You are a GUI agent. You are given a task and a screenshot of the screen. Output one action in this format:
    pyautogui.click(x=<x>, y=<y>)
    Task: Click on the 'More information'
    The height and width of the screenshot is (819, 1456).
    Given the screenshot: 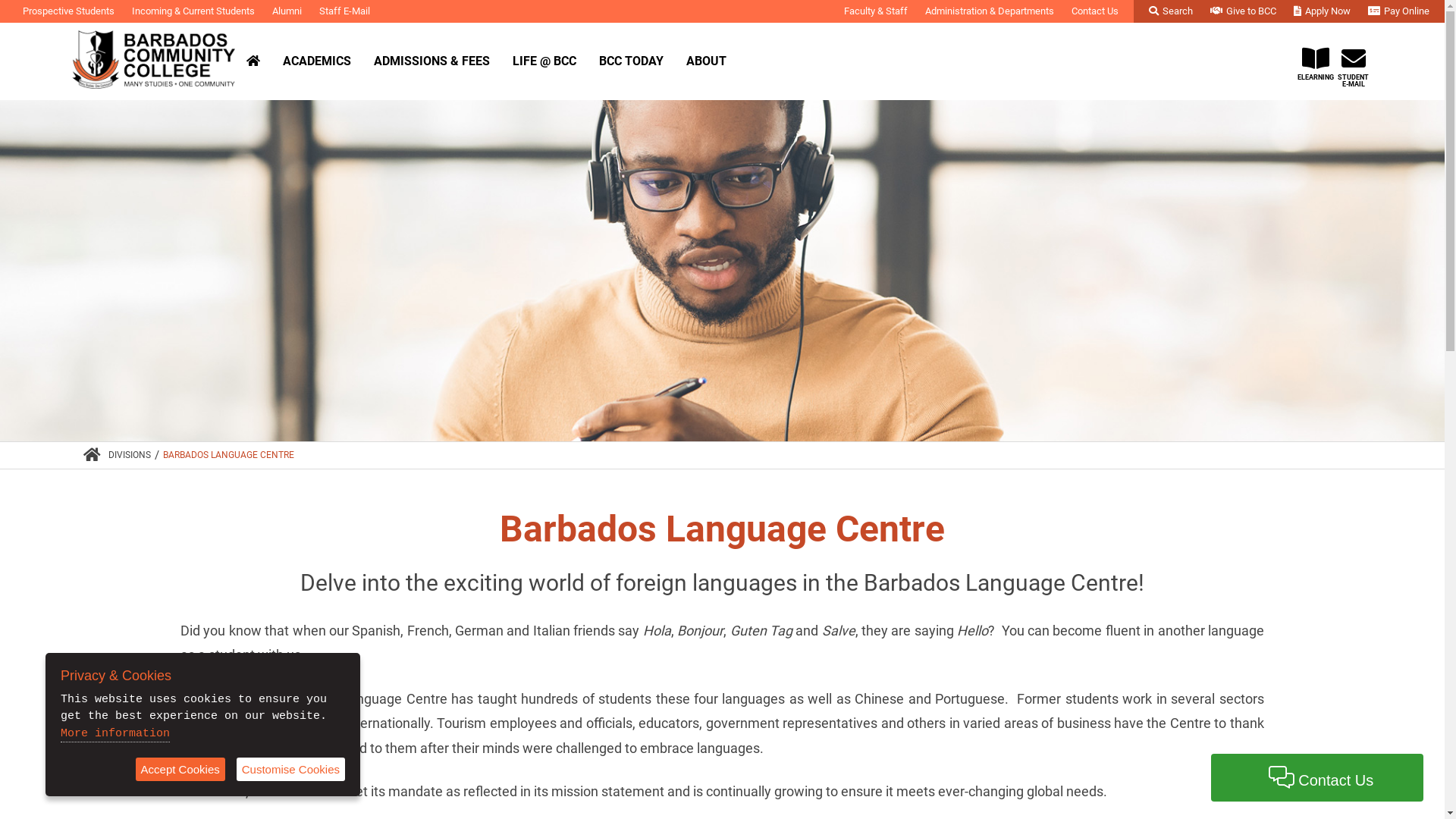 What is the action you would take?
    pyautogui.click(x=115, y=733)
    